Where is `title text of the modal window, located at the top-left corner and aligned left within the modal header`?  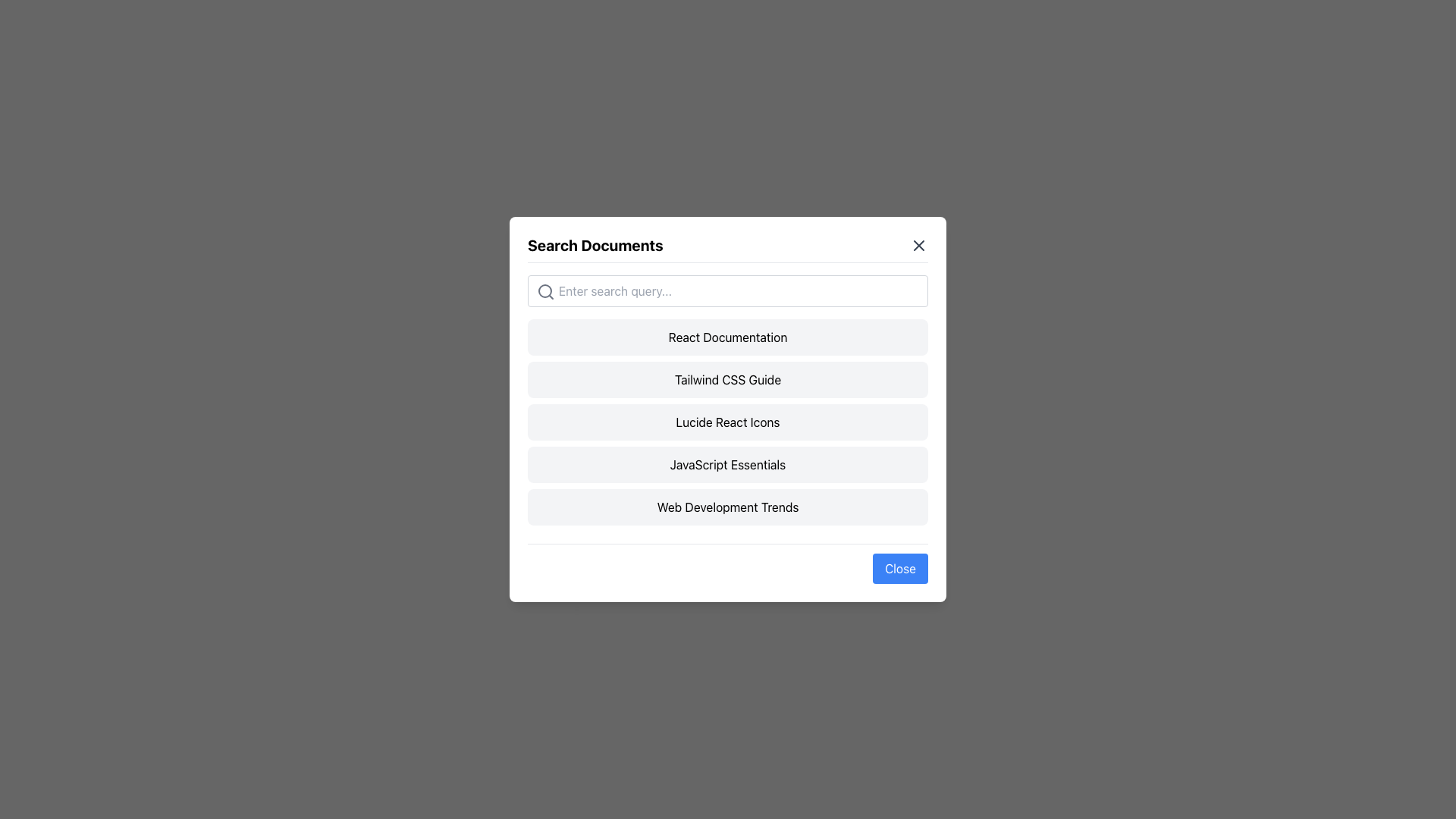 title text of the modal window, located at the top-left corner and aligned left within the modal header is located at coordinates (595, 245).